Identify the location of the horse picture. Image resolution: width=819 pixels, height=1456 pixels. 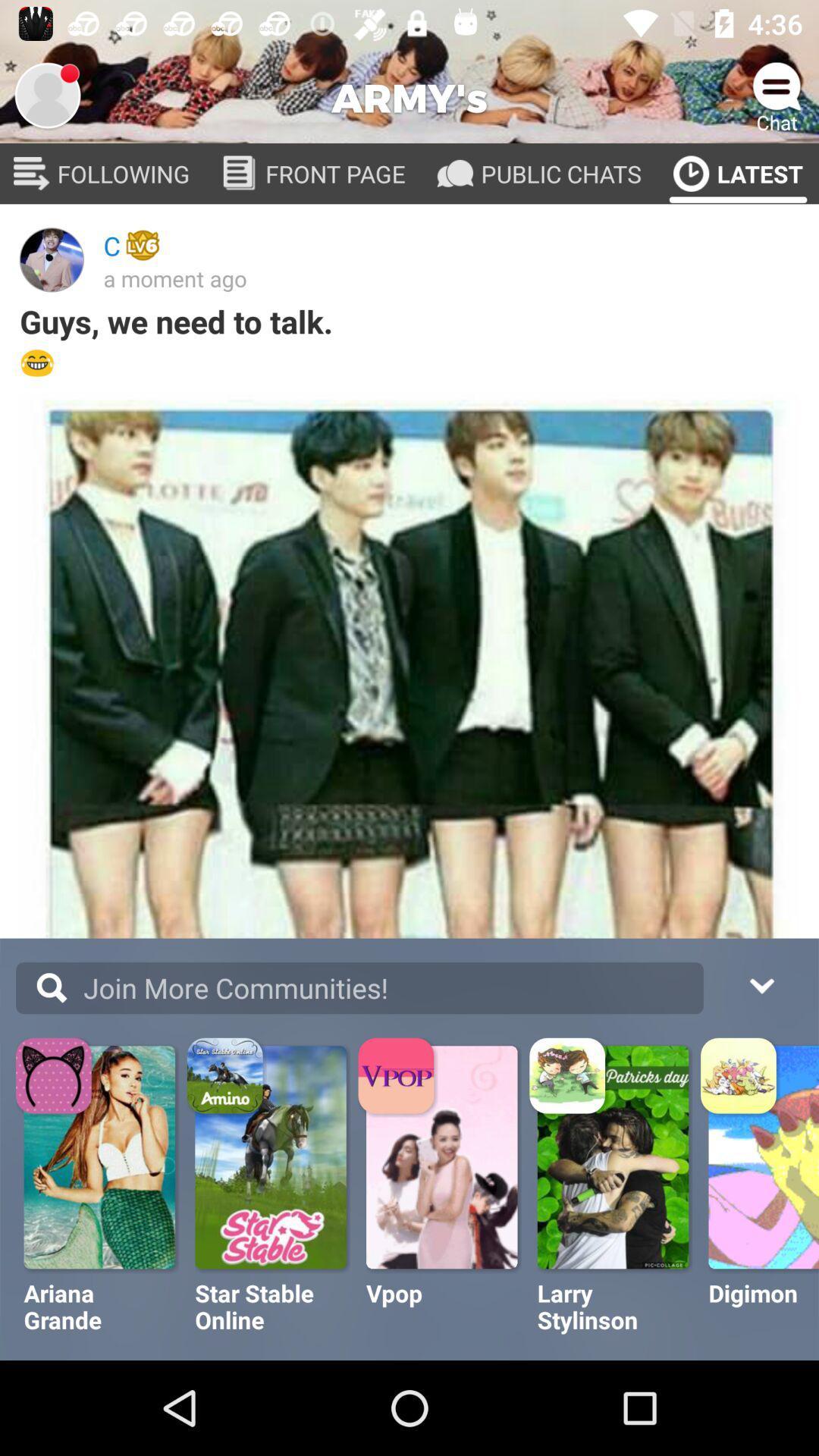
(271, 1156).